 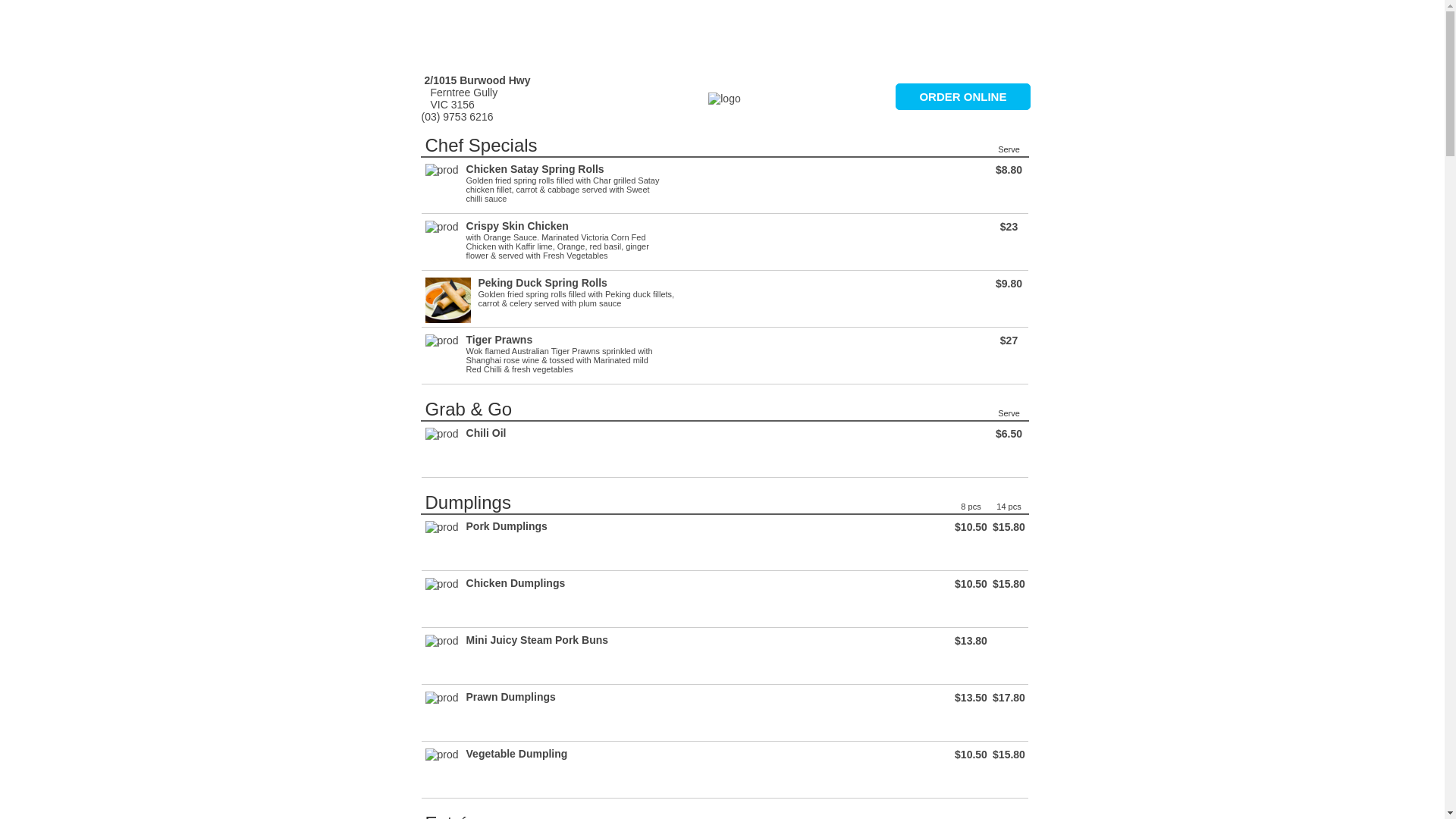 I want to click on 'Grab & Go', so click(x=467, y=408).